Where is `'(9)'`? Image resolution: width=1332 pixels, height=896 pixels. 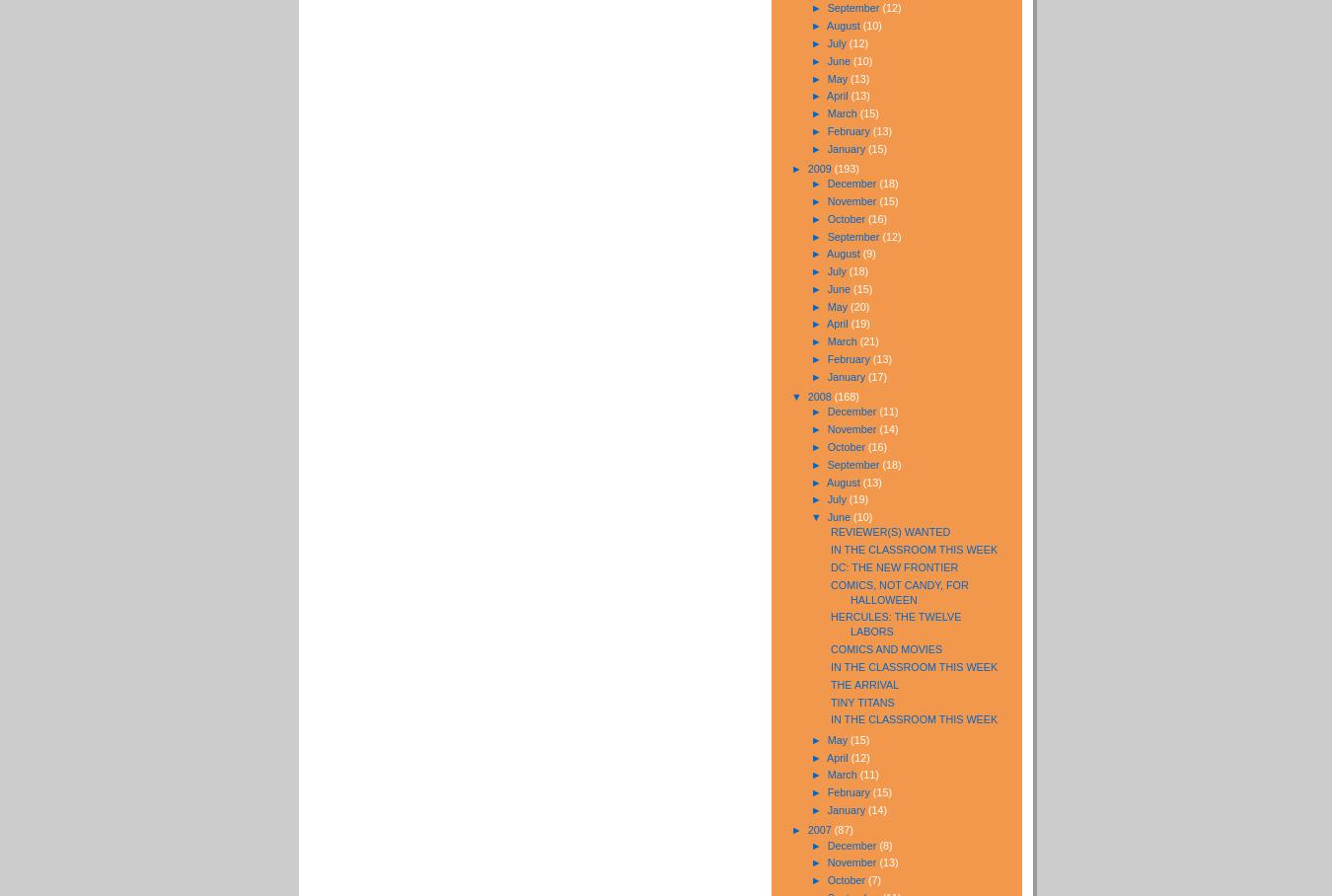 '(9)' is located at coordinates (868, 252).